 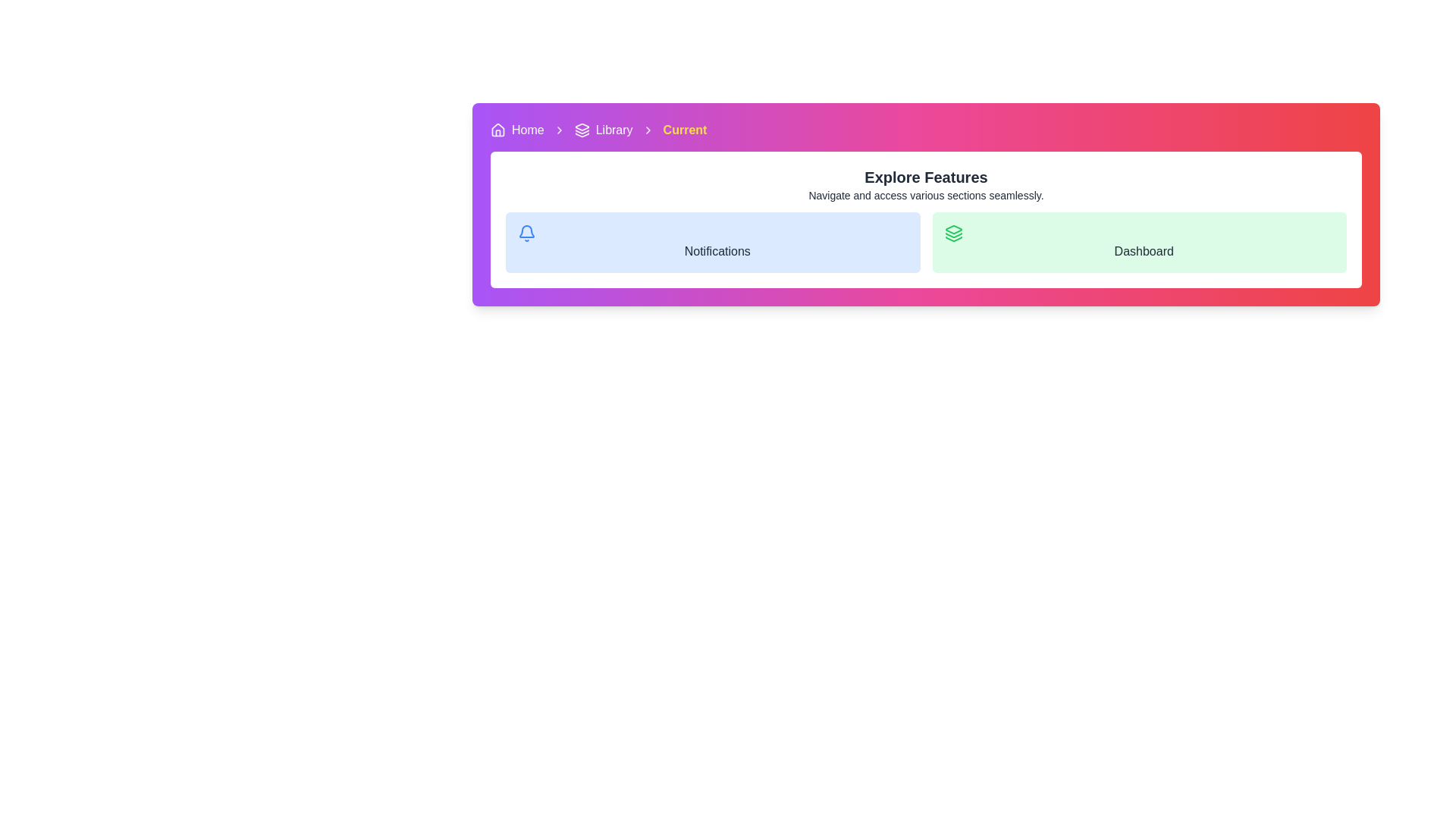 What do you see at coordinates (528, 130) in the screenshot?
I see `the clickable link in the top navigation bar, which is the first textual label following the house icon` at bounding box center [528, 130].